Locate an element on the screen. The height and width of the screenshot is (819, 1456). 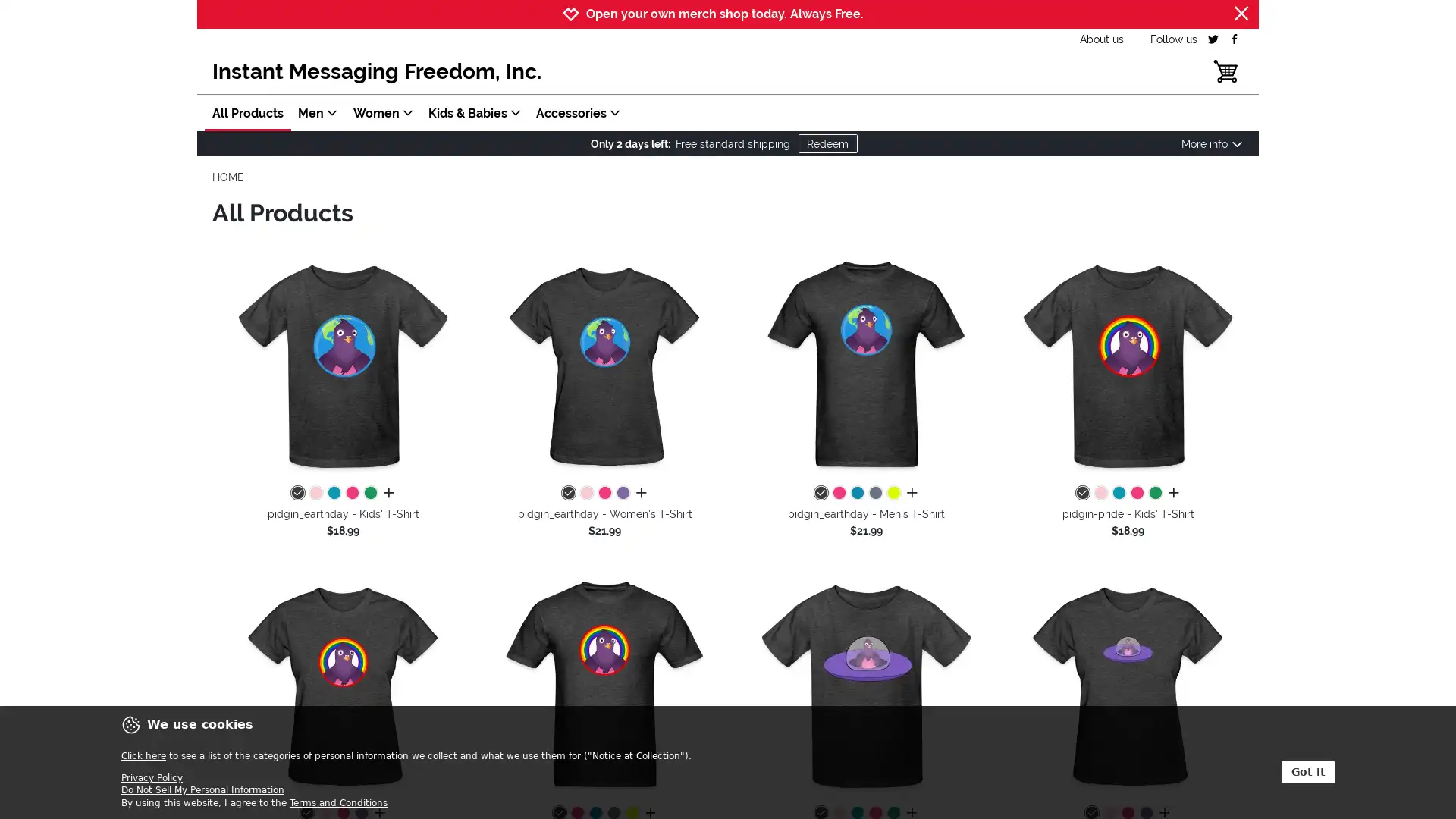
pidgin_earthday - Women's T-Shirt is located at coordinates (604, 366).